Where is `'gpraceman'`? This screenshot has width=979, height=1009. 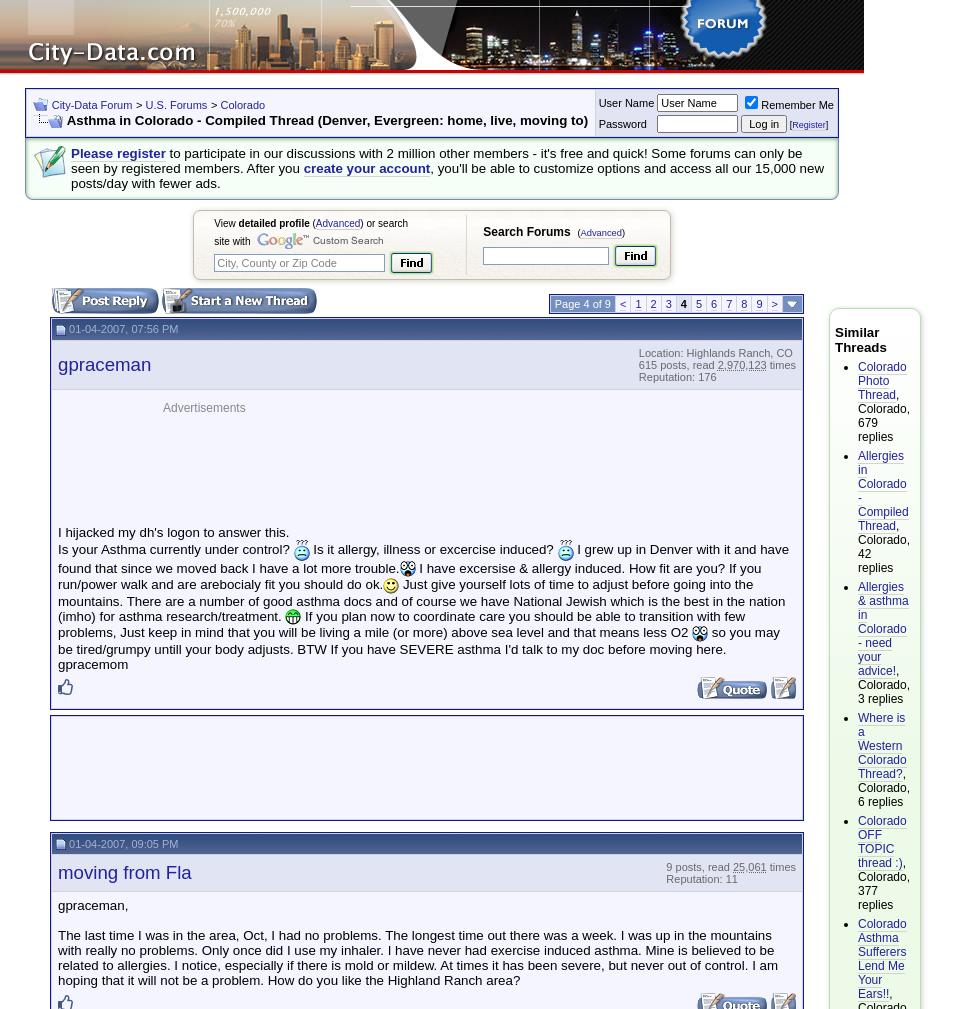 'gpraceman' is located at coordinates (104, 362).